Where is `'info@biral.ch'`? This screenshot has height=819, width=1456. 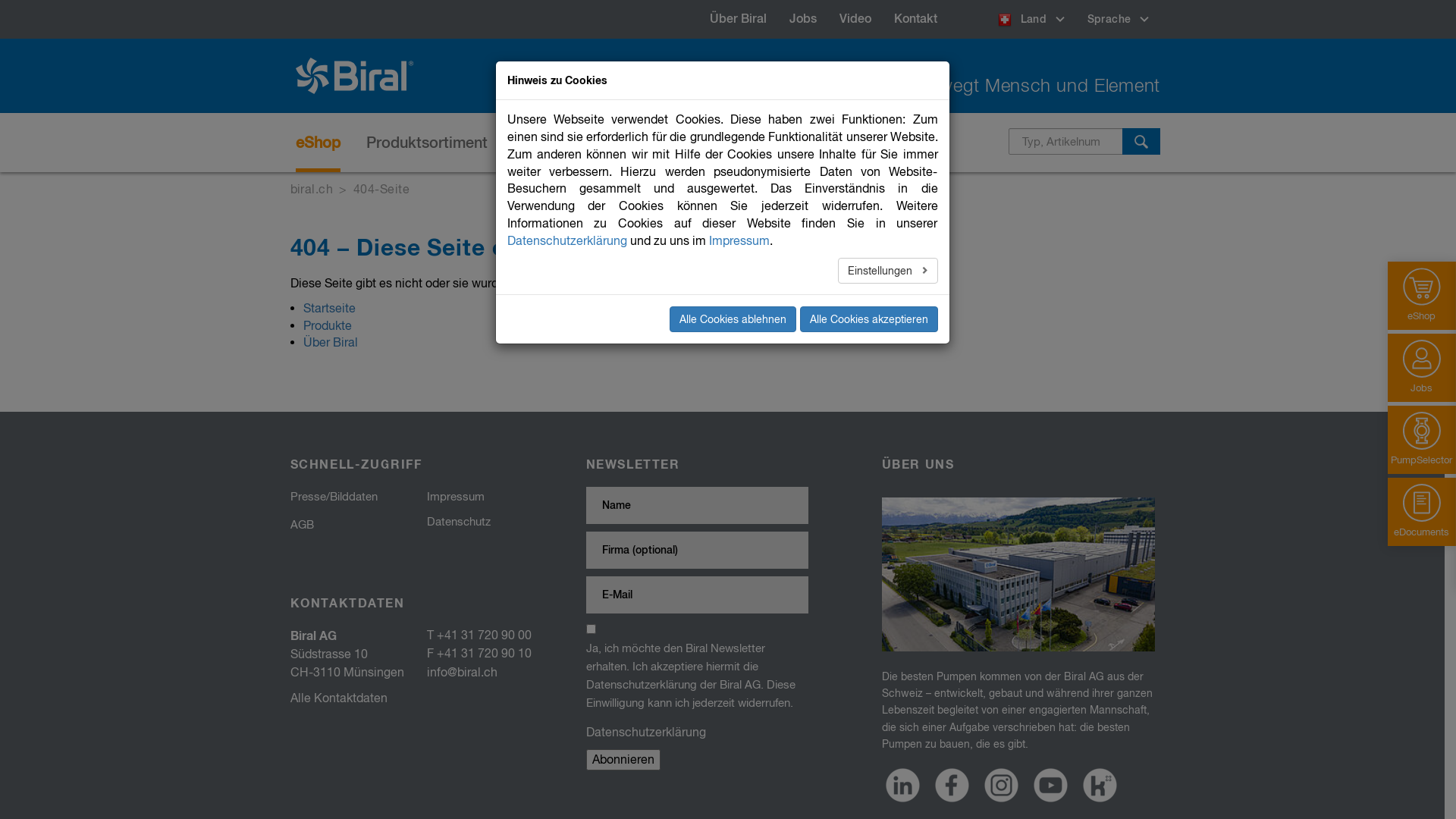
'info@biral.ch' is located at coordinates (460, 671).